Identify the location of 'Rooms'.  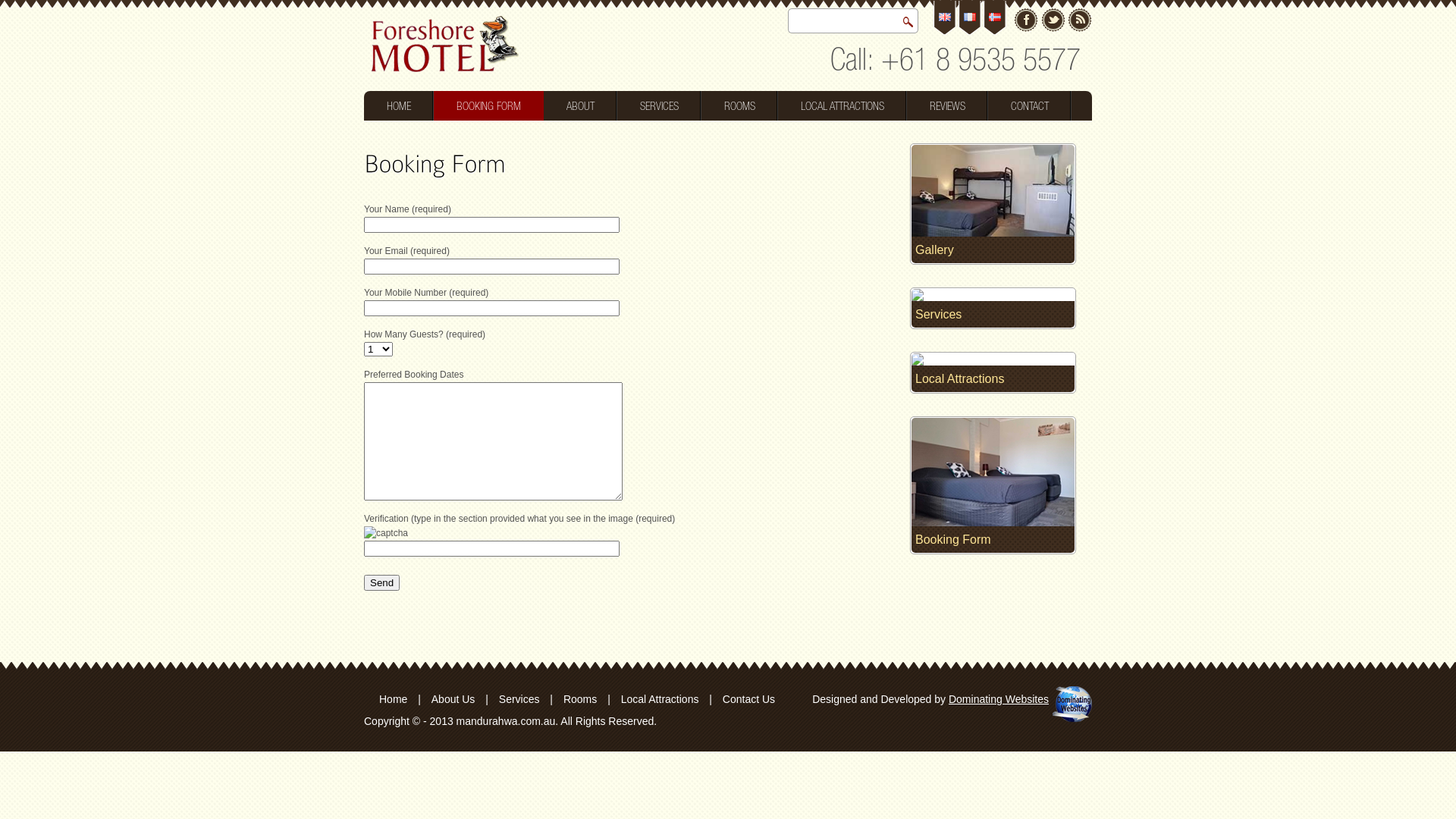
(579, 698).